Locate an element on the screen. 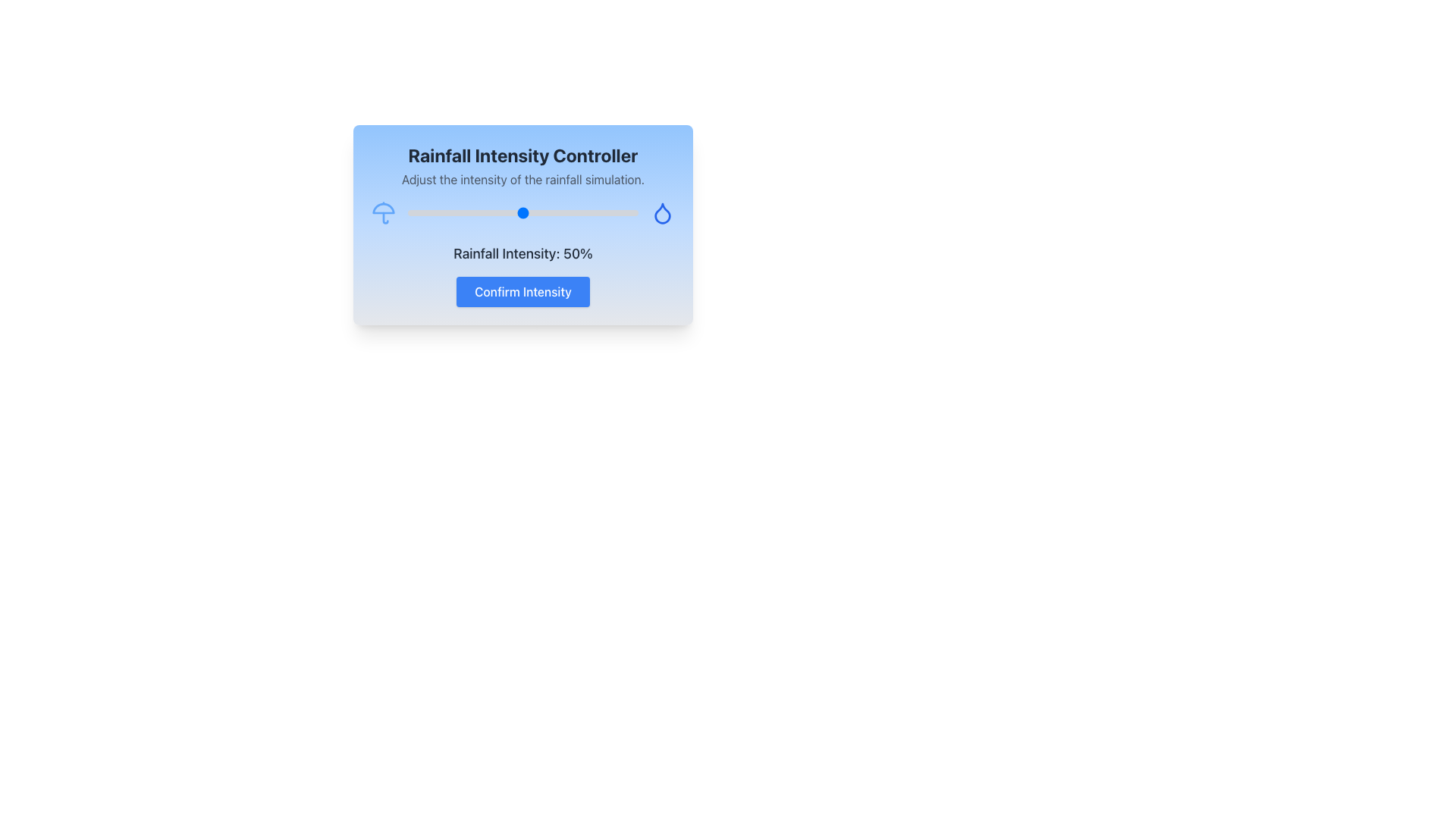 Image resolution: width=1456 pixels, height=819 pixels. the rainfall intensity is located at coordinates (550, 213).